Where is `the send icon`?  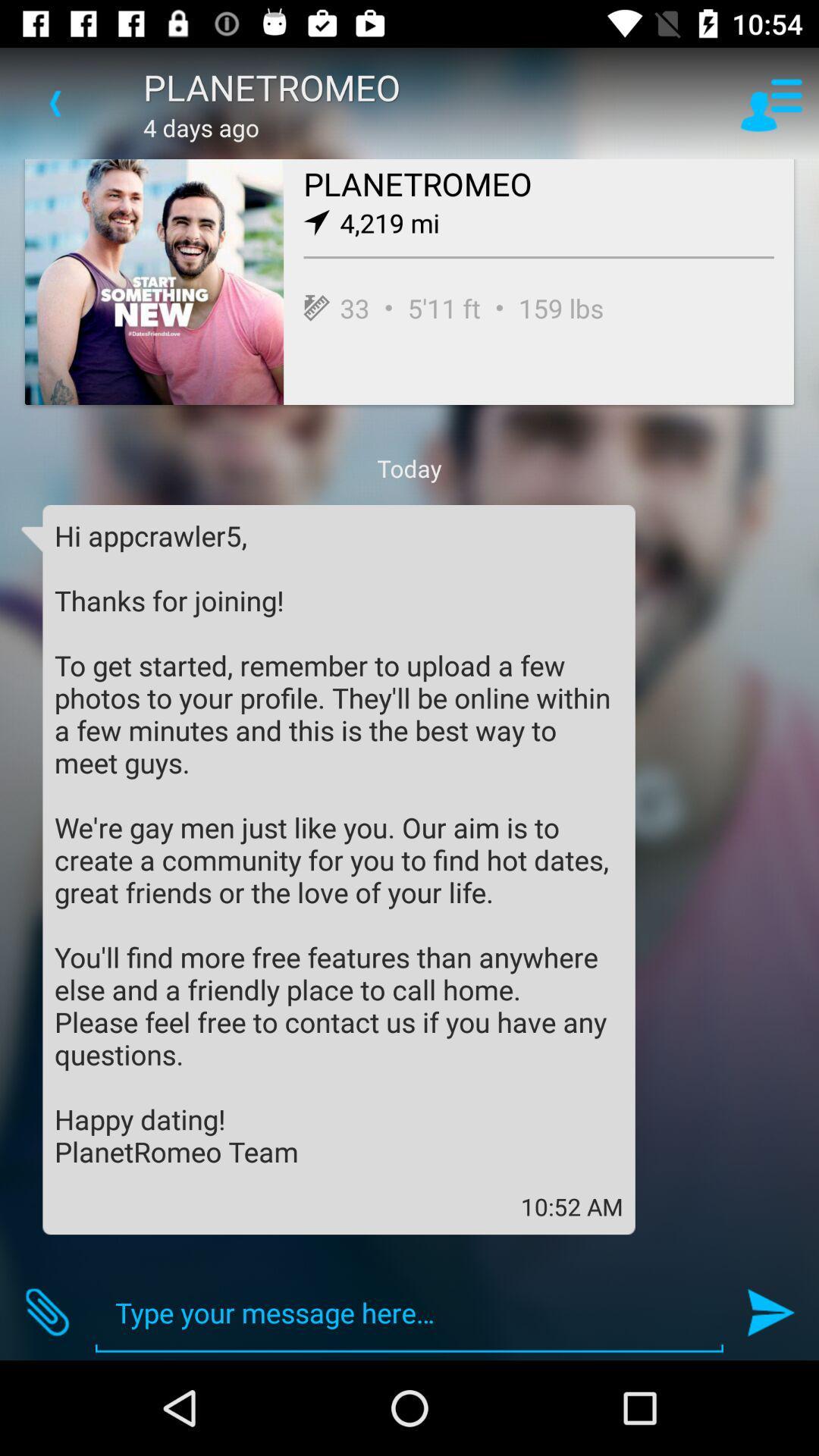
the send icon is located at coordinates (771, 1312).